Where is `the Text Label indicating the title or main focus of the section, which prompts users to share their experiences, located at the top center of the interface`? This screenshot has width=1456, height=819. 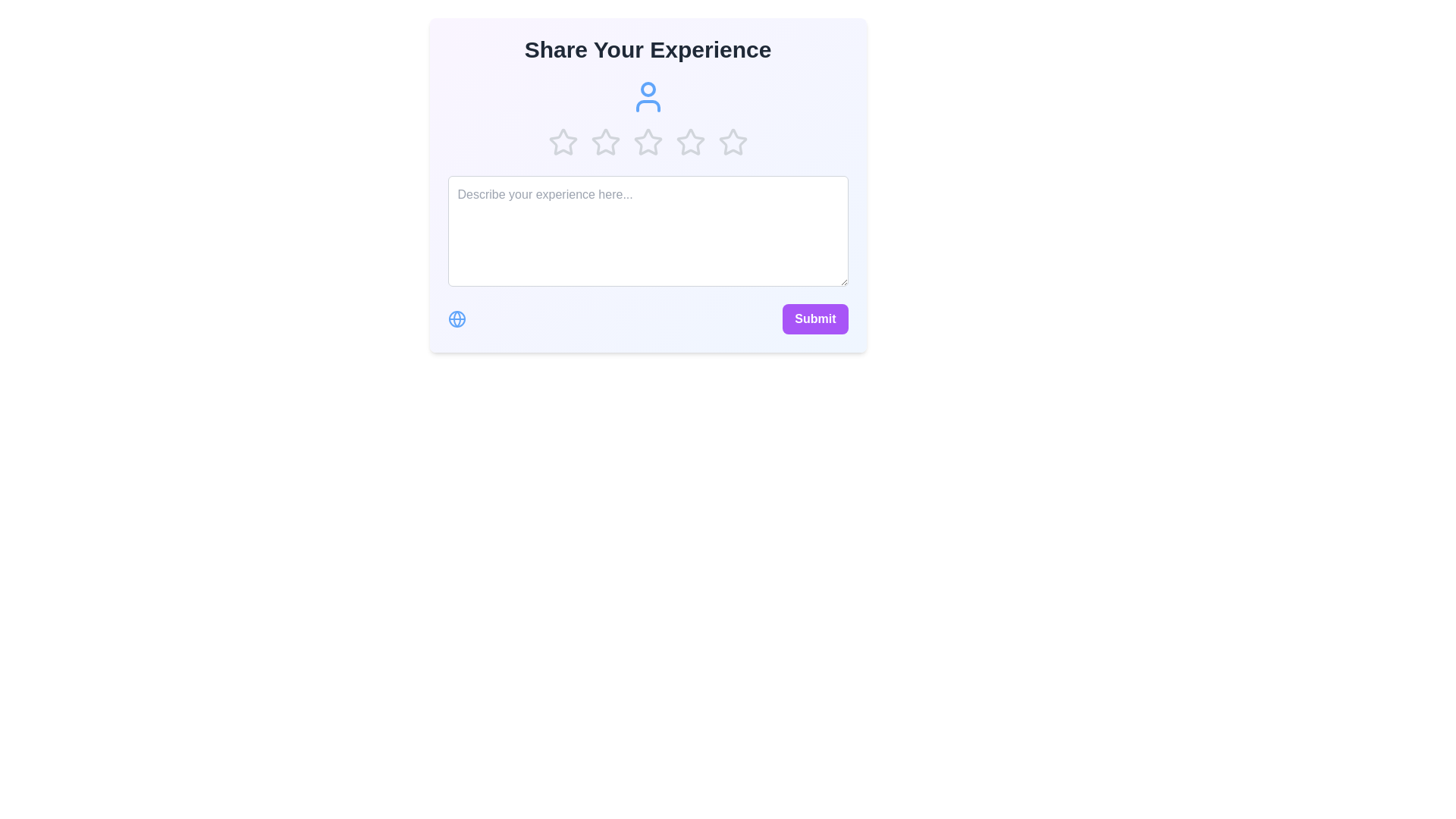 the Text Label indicating the title or main focus of the section, which prompts users to share their experiences, located at the top center of the interface is located at coordinates (648, 49).